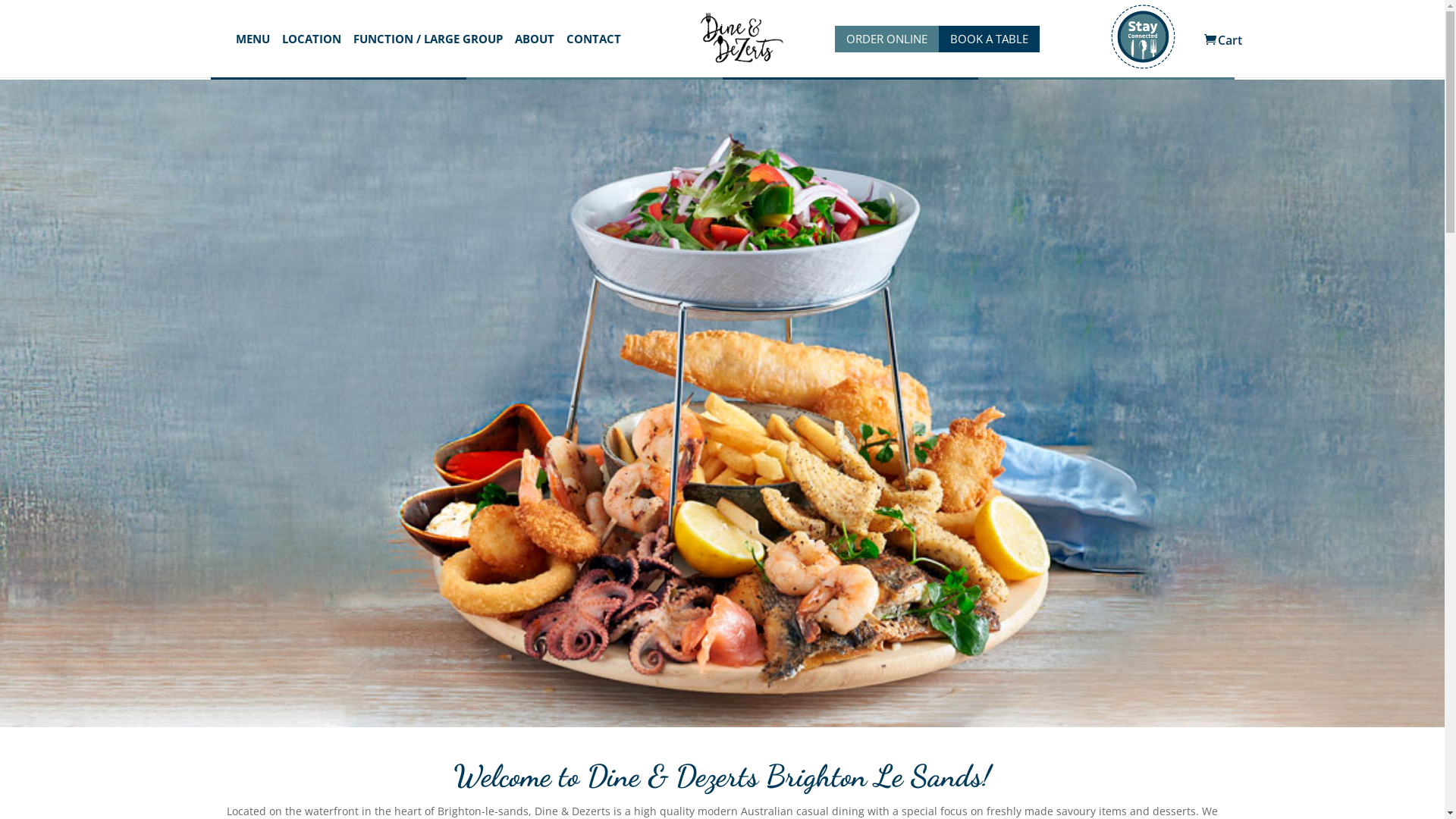 The width and height of the screenshot is (1456, 819). I want to click on 'Menu', so click(593, 62).